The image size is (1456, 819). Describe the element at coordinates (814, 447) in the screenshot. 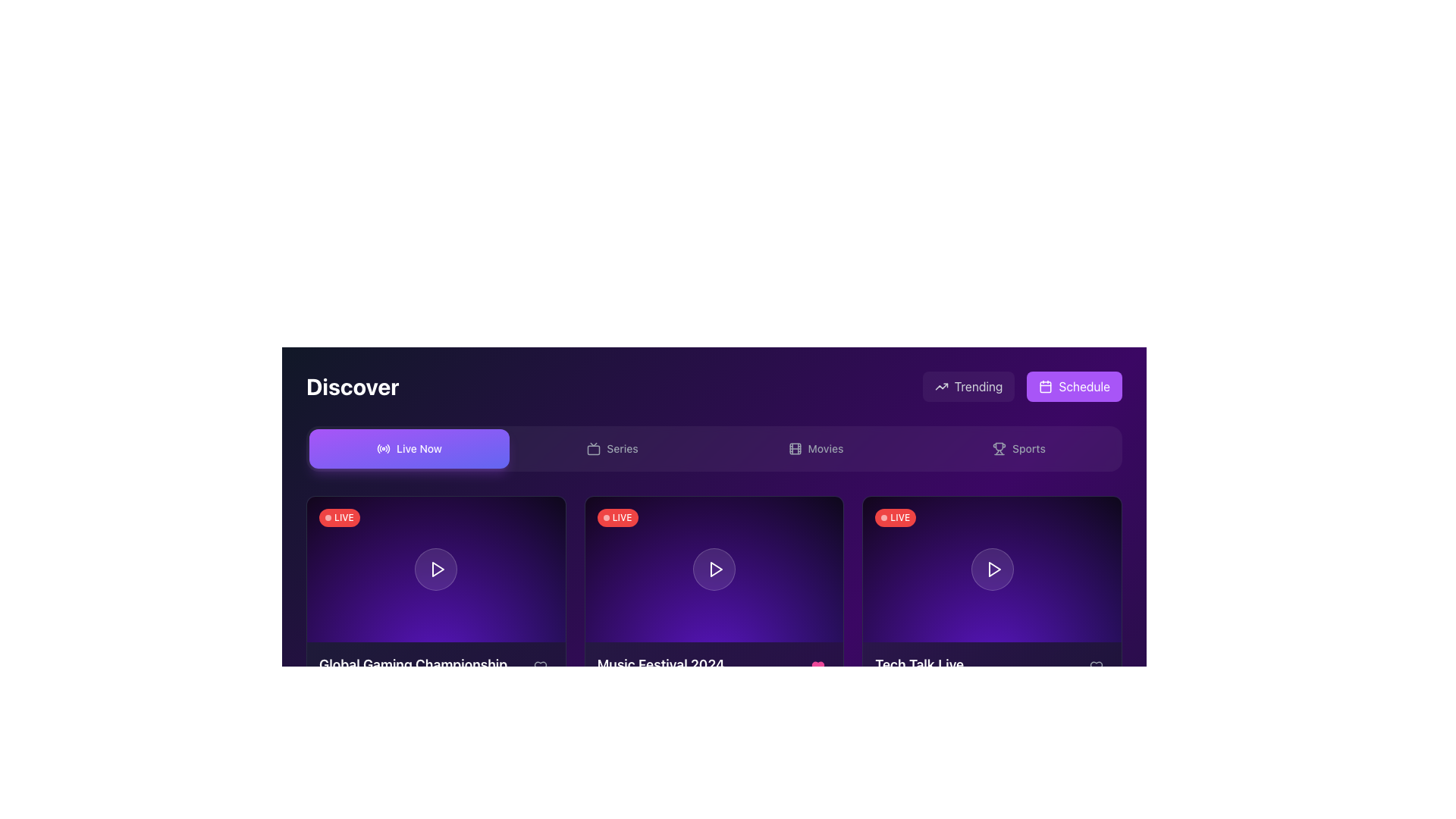

I see `the 'Movies' tab button in the horizontal navigation bar` at that location.